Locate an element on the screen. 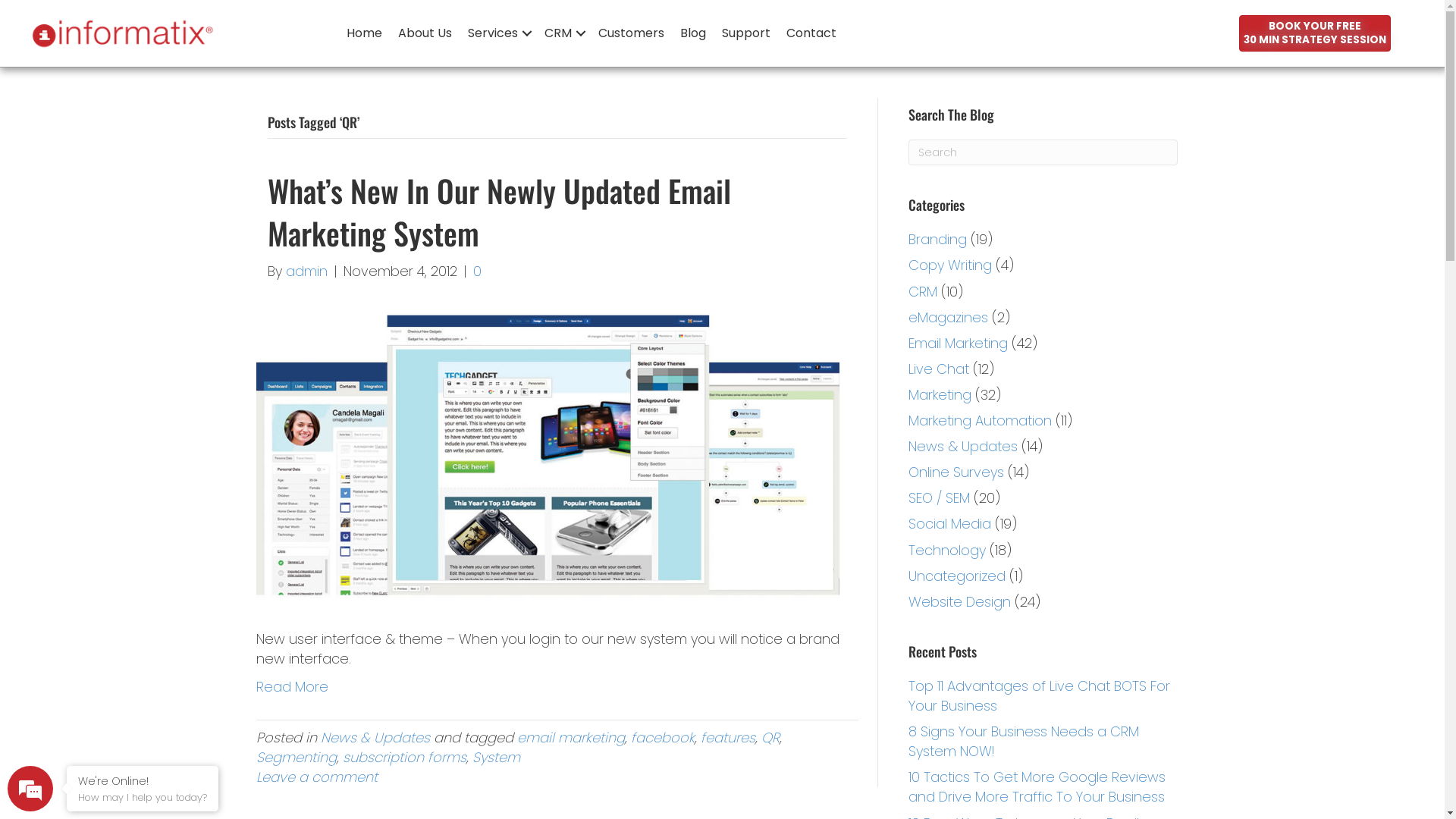 Image resolution: width=1456 pixels, height=819 pixels. 'Marketing Automation' is located at coordinates (980, 420).